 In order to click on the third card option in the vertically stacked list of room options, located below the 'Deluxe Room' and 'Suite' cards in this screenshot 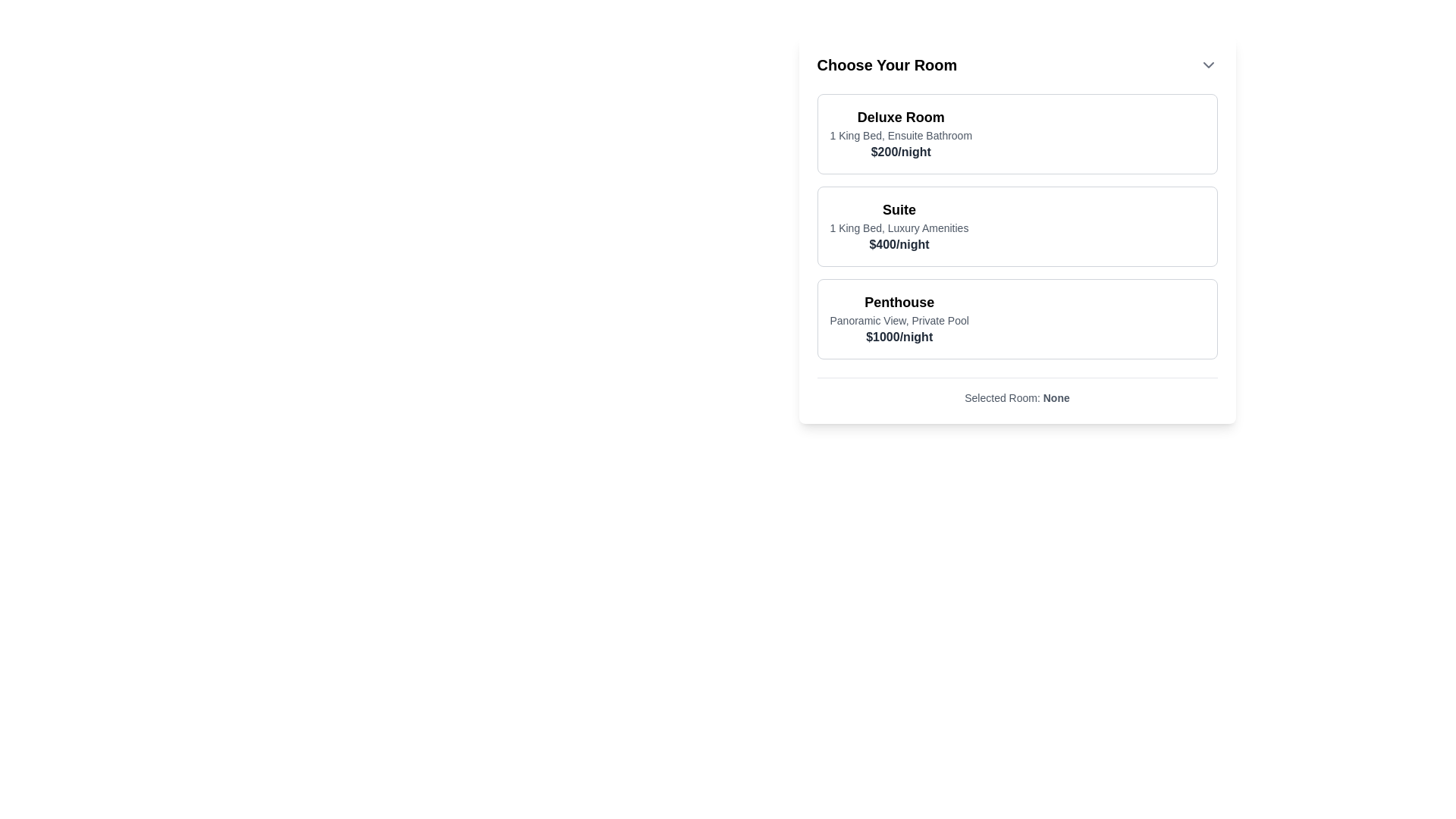, I will do `click(1017, 318)`.